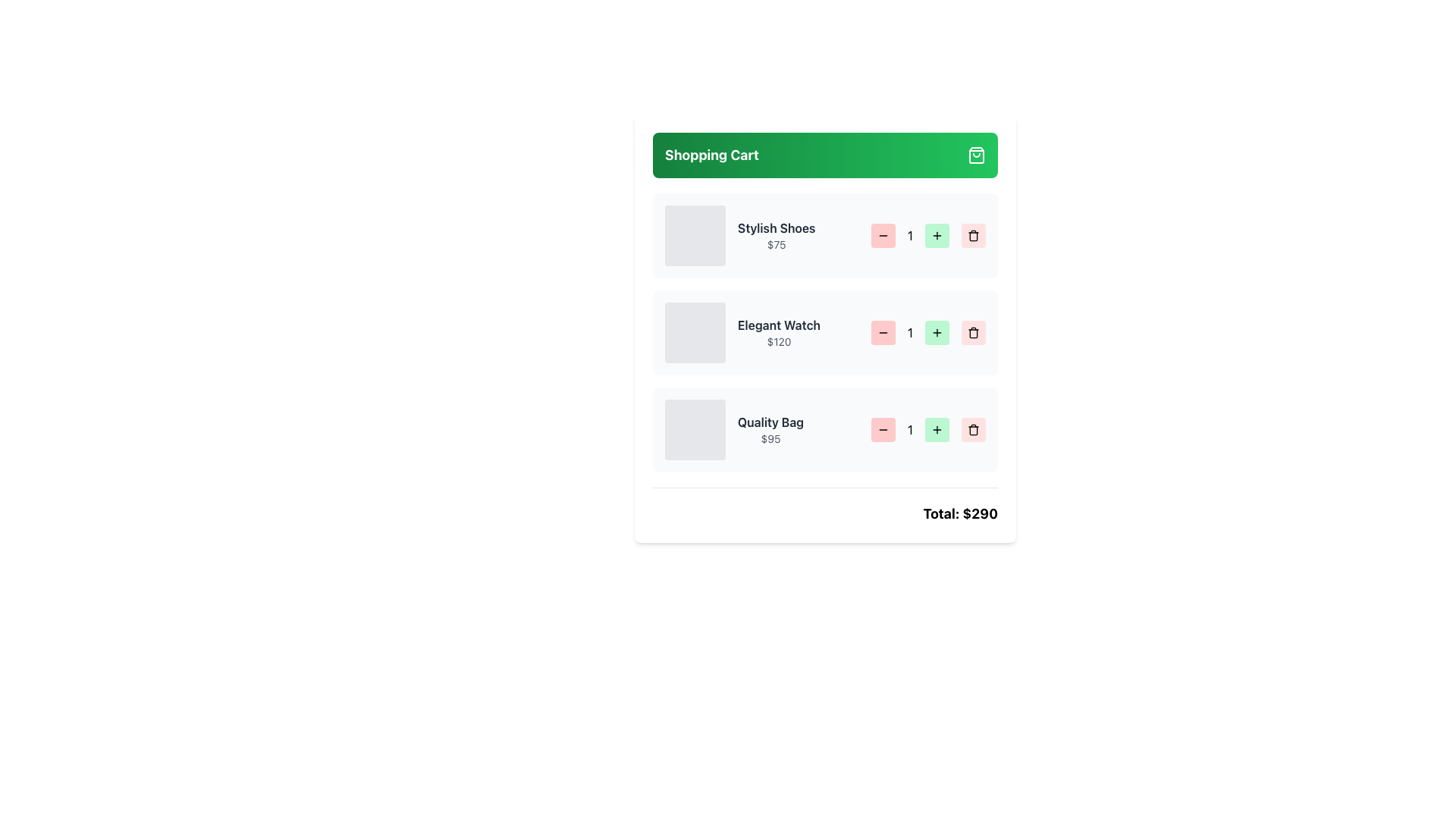 This screenshot has height=819, width=1456. What do you see at coordinates (973, 332) in the screenshot?
I see `the trash-bin-shaped icon button with a light red background, located to the right of the green '+' button for the 'Elegant Watch' item in the shopping cart to trigger the hover styling` at bounding box center [973, 332].